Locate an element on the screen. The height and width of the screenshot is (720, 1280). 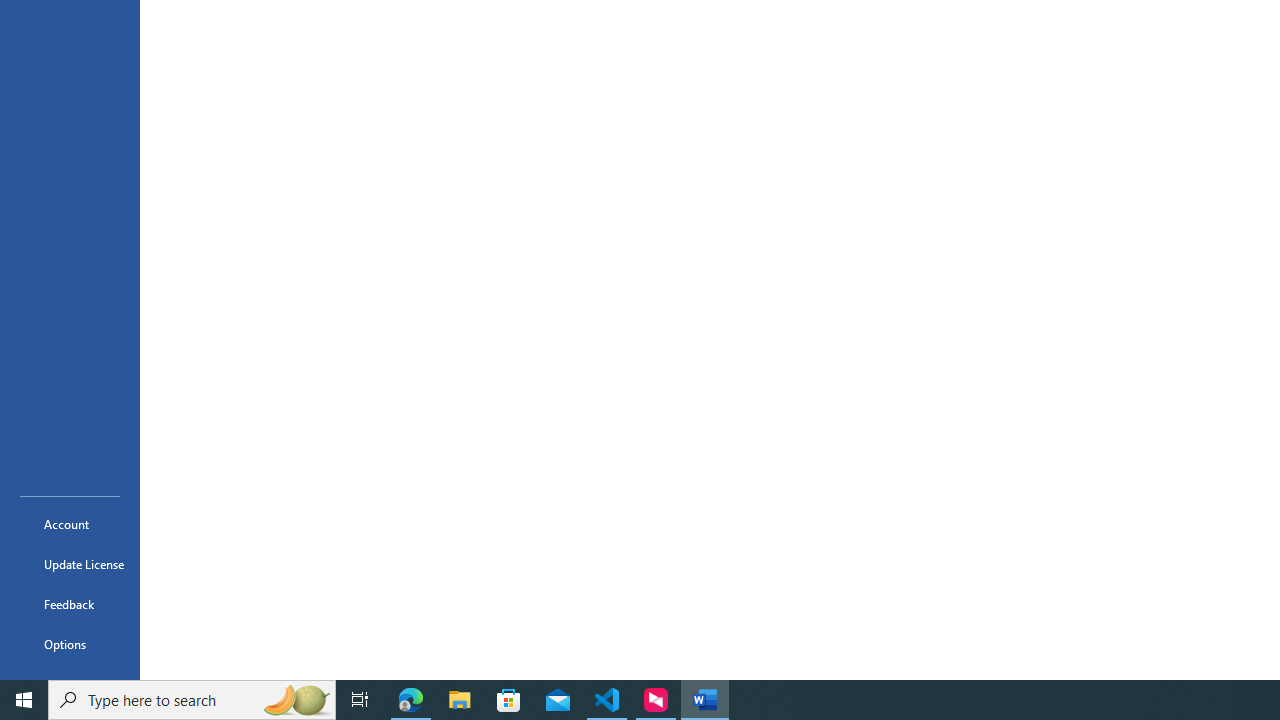
'Feedback' is located at coordinates (69, 603).